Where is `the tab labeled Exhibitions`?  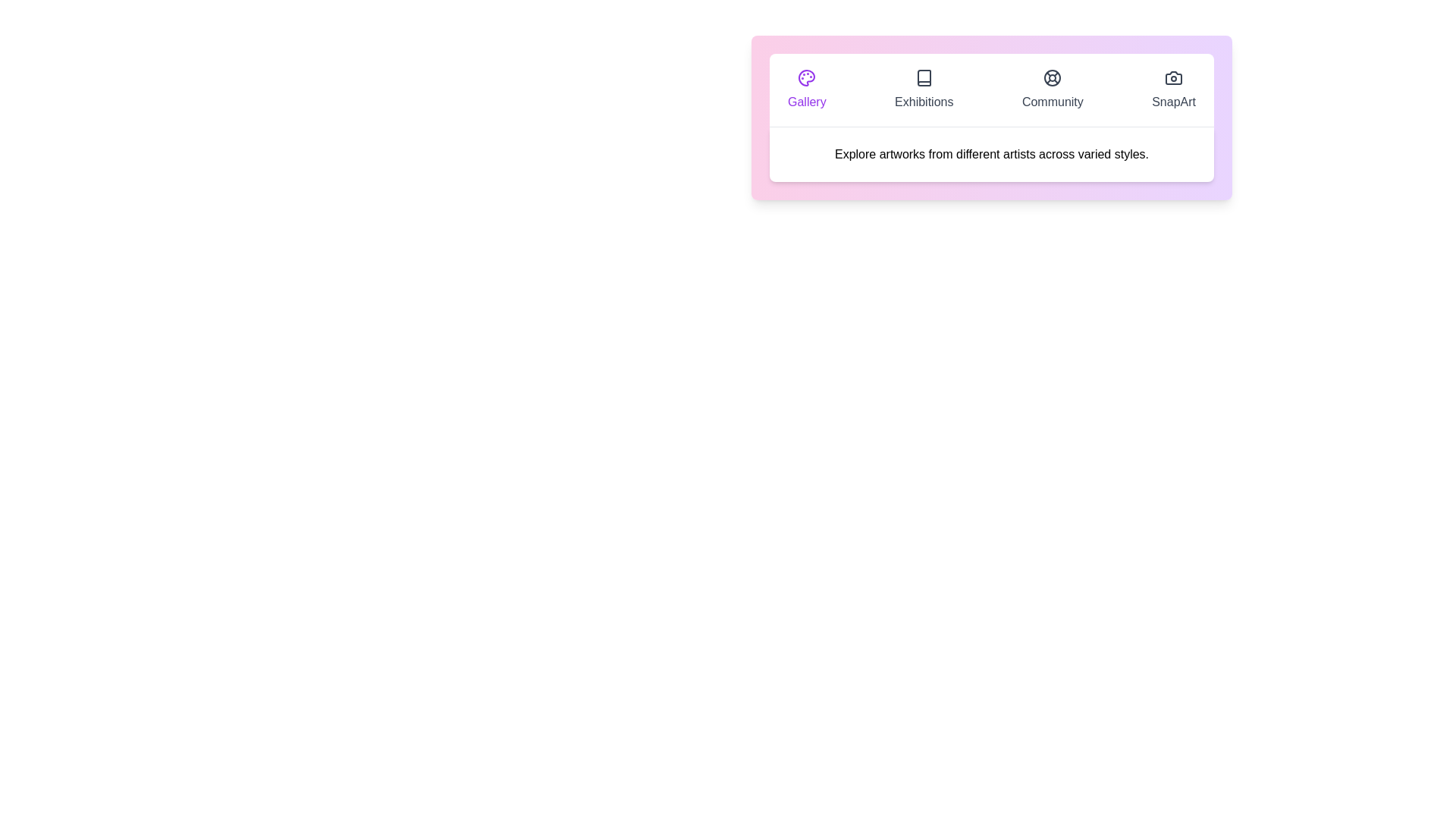
the tab labeled Exhibitions is located at coordinates (923, 90).